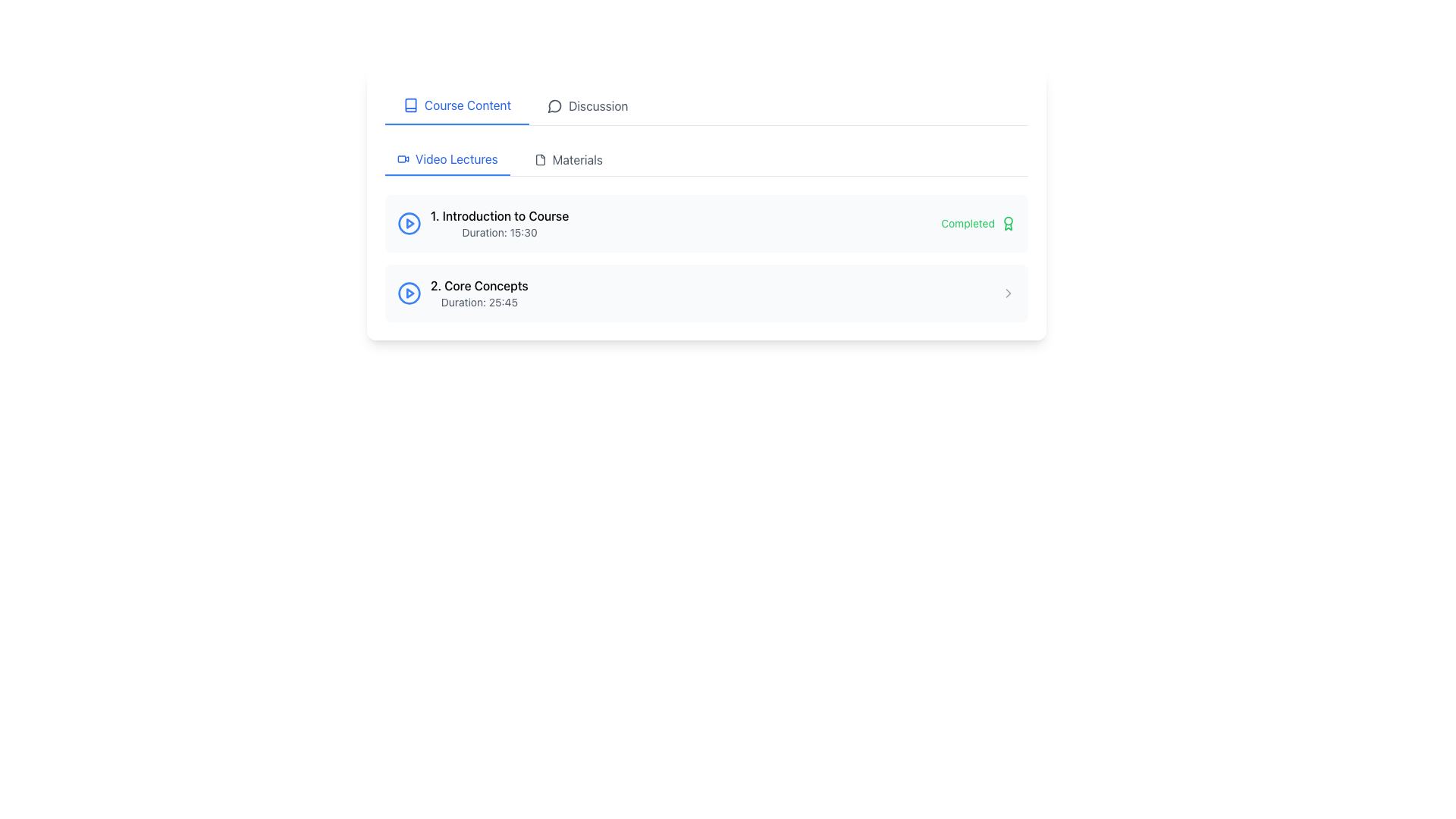 The height and width of the screenshot is (819, 1456). I want to click on the play button for the video lecture titled '1. Introduction to Course', so click(409, 223).